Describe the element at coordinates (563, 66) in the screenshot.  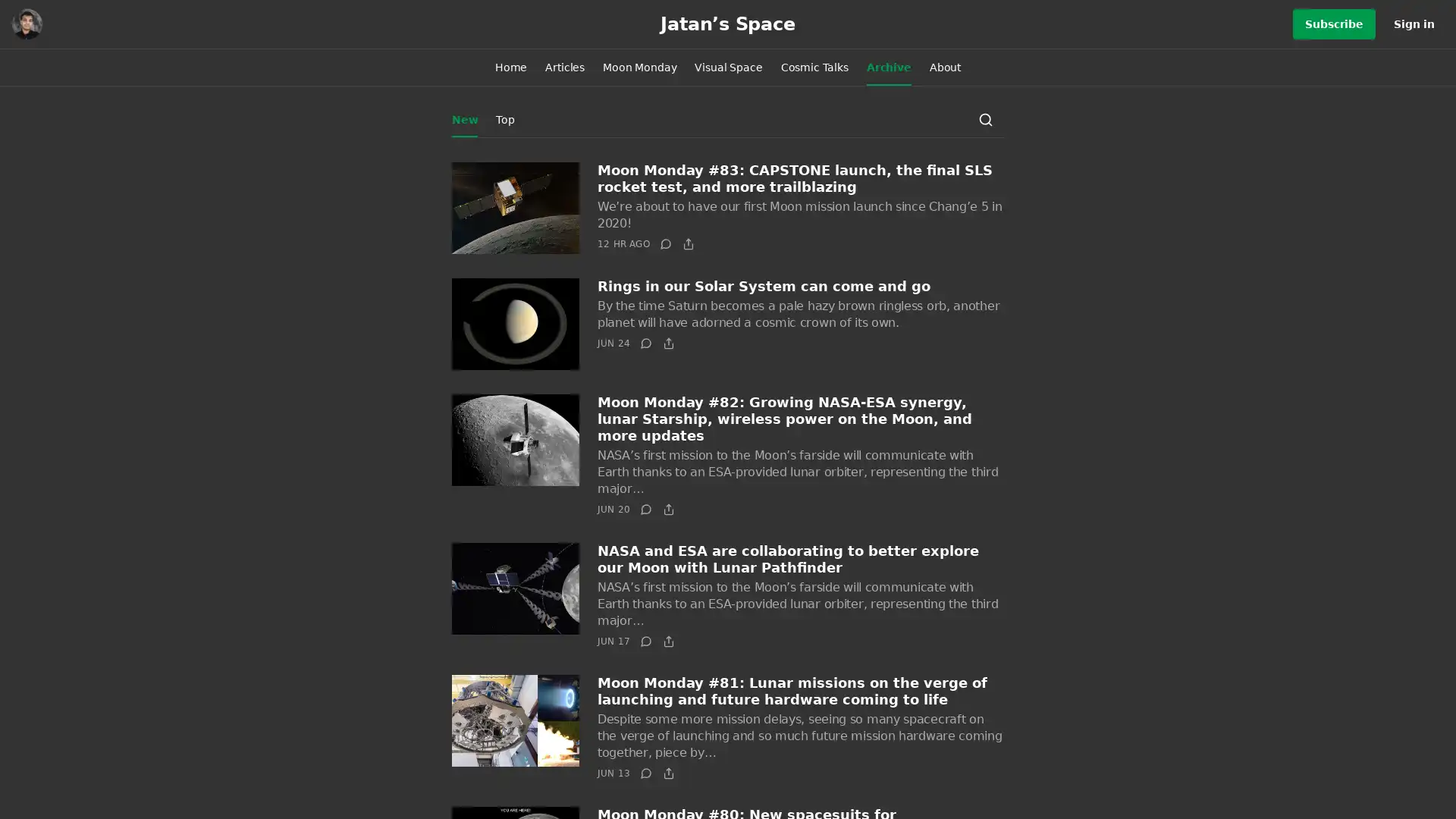
I see `Articles` at that location.